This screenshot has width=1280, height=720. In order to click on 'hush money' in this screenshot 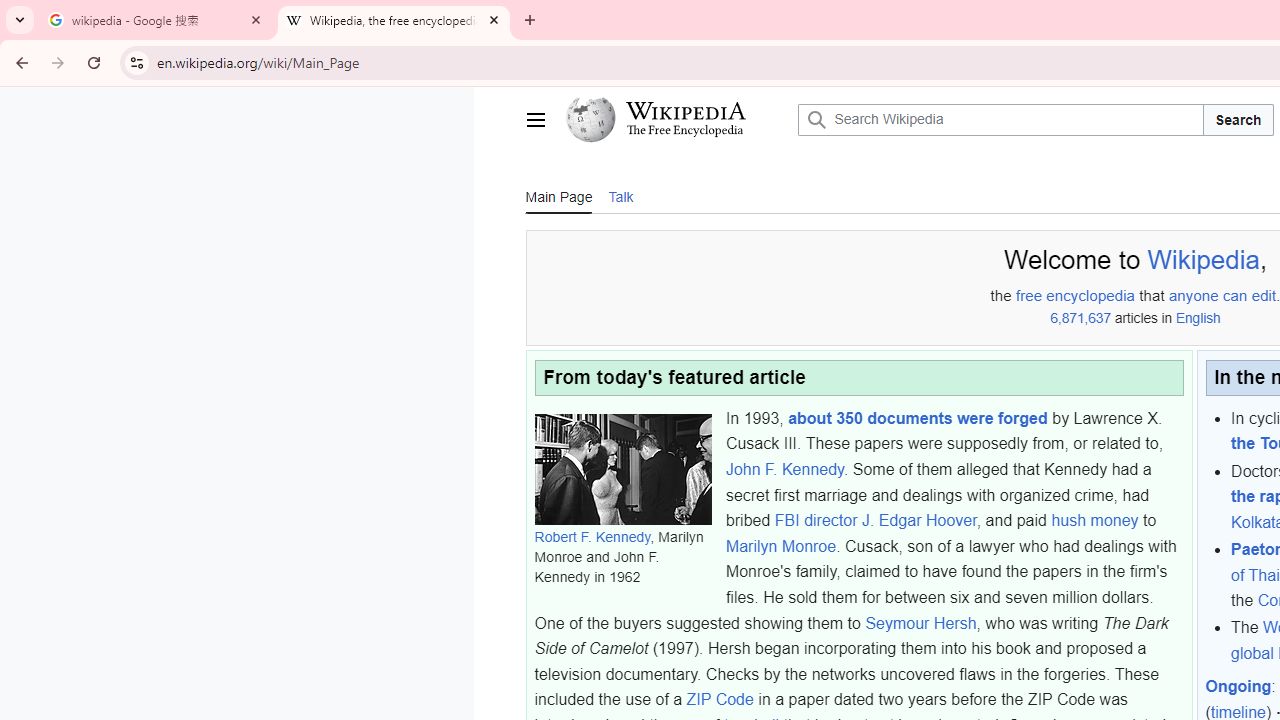, I will do `click(1094, 519)`.